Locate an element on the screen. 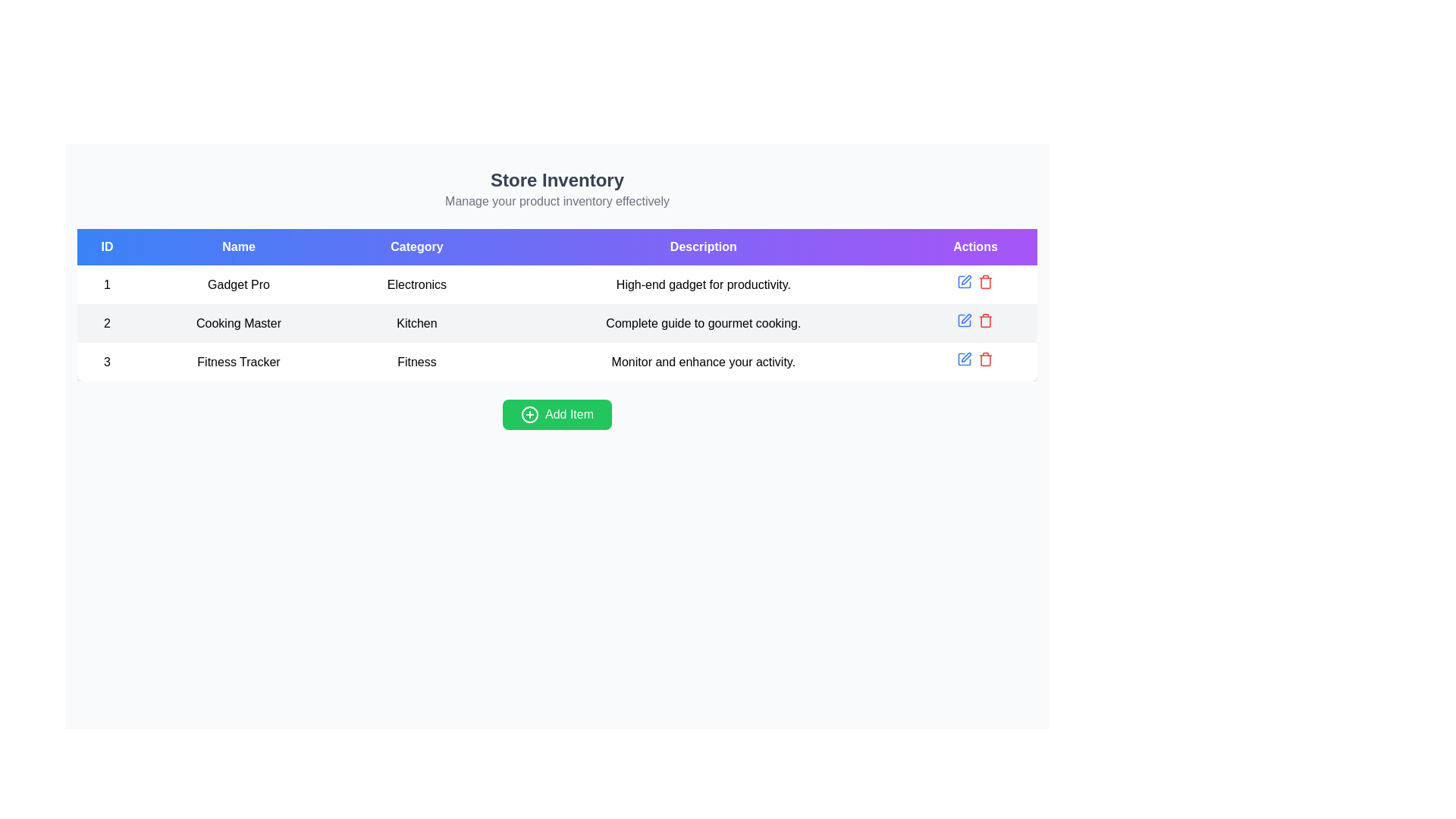 This screenshot has width=1456, height=819. 'Electronics' category text label located in the 'Category' column of the first row in the table, which is positioned immediately to the right of the 'Gadget Pro' name column is located at coordinates (416, 284).